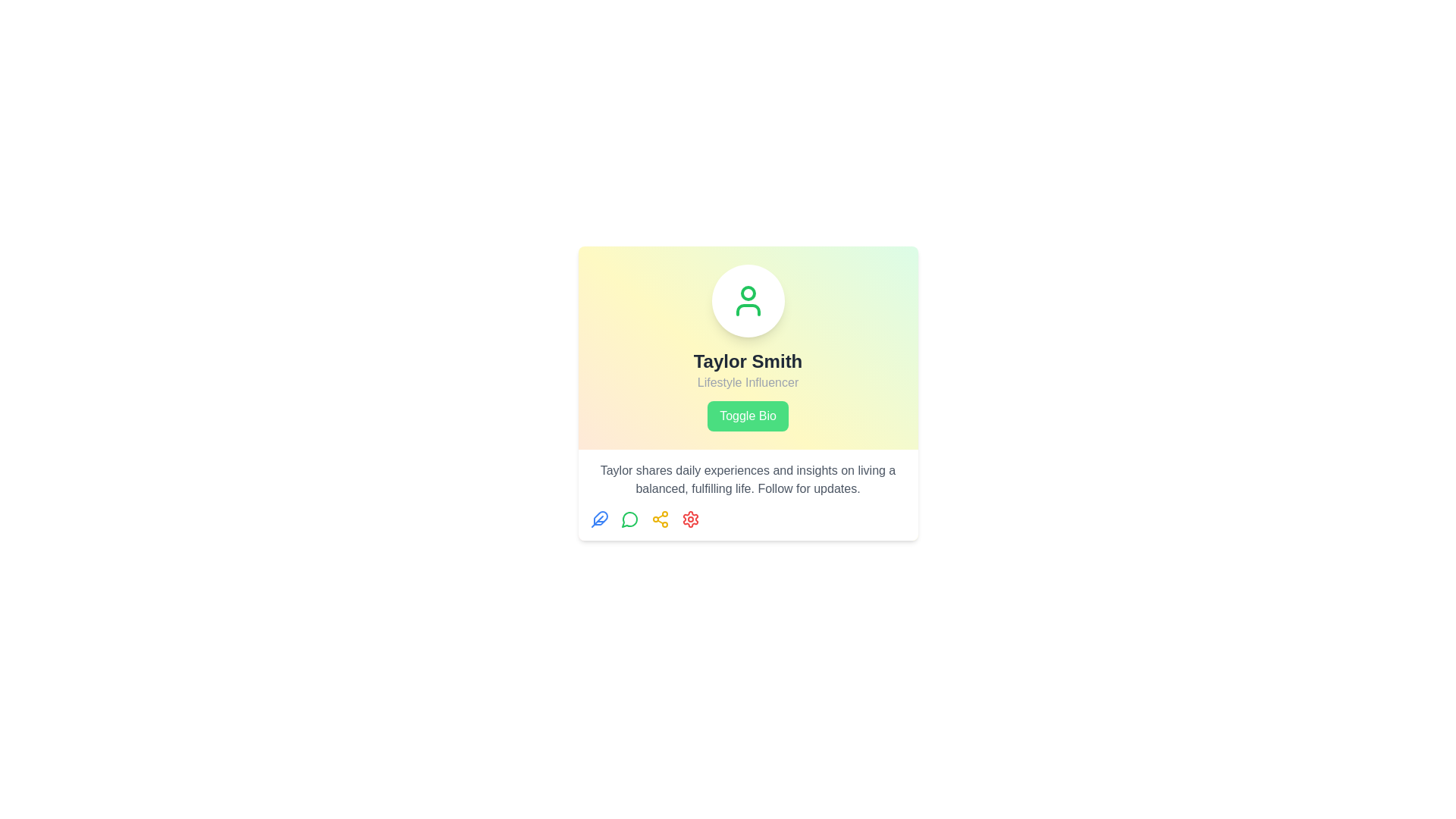 This screenshot has width=1456, height=819. Describe the element at coordinates (748, 362) in the screenshot. I see `the bold text label reading 'Taylor Smith' for copying` at that location.